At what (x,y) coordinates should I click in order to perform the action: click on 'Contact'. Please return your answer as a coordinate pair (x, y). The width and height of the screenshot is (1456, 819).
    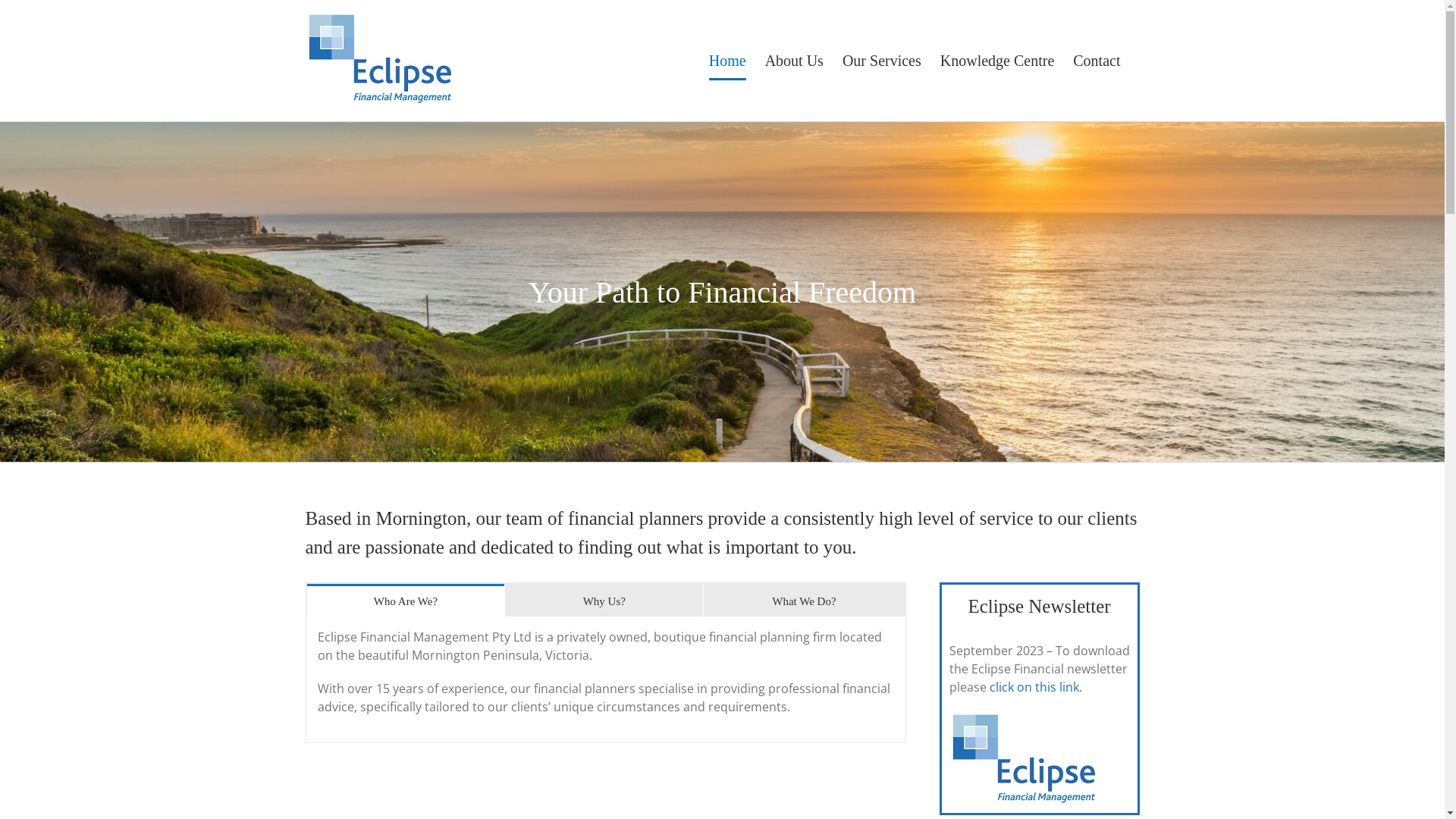
    Looking at the image, I should click on (1096, 60).